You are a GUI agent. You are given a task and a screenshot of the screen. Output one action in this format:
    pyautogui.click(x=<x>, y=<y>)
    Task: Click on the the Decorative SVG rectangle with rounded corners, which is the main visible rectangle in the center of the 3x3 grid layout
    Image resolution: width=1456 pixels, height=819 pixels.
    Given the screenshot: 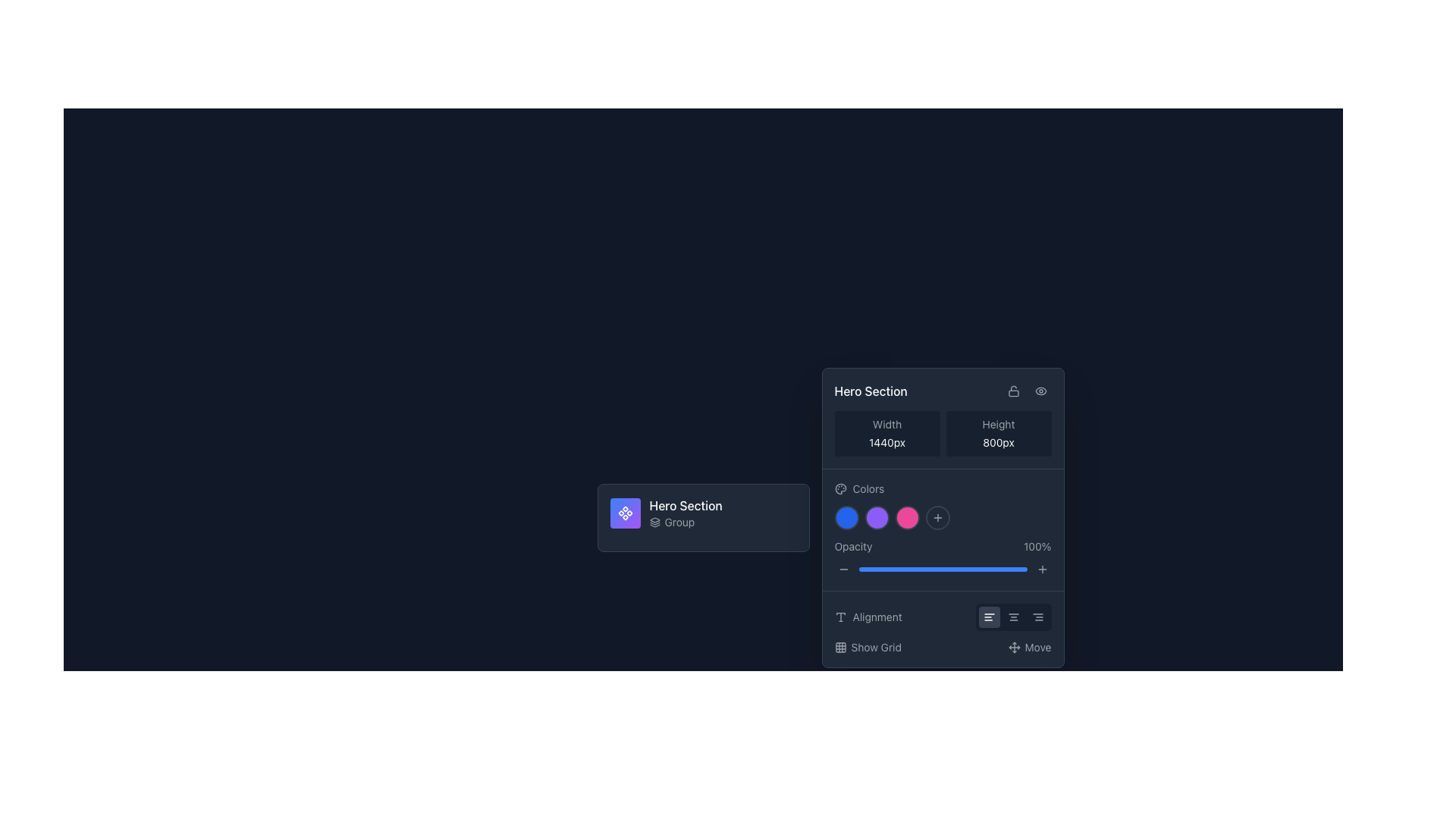 What is the action you would take?
    pyautogui.click(x=839, y=647)
    